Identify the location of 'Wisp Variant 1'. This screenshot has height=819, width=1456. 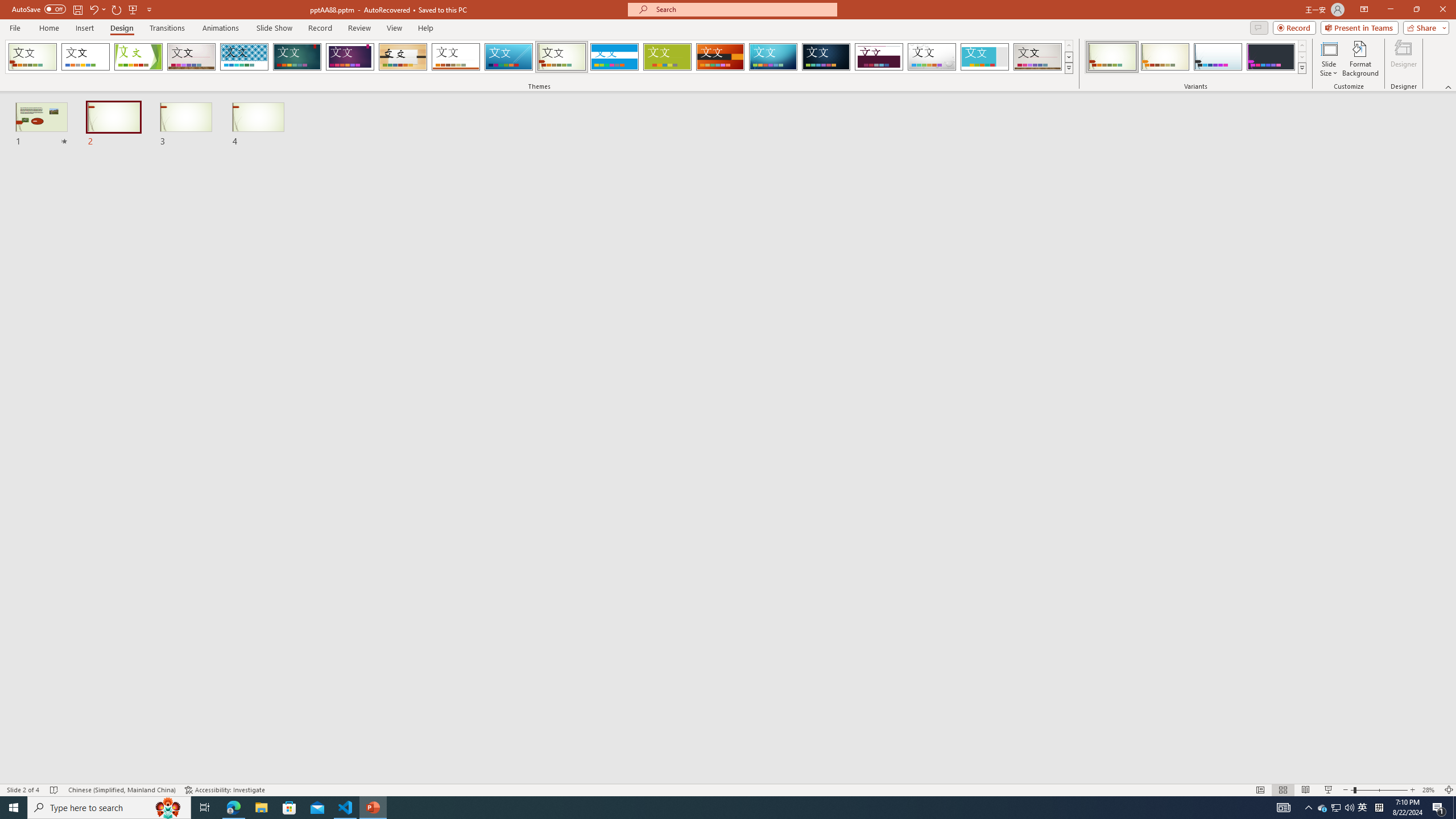
(1111, 56).